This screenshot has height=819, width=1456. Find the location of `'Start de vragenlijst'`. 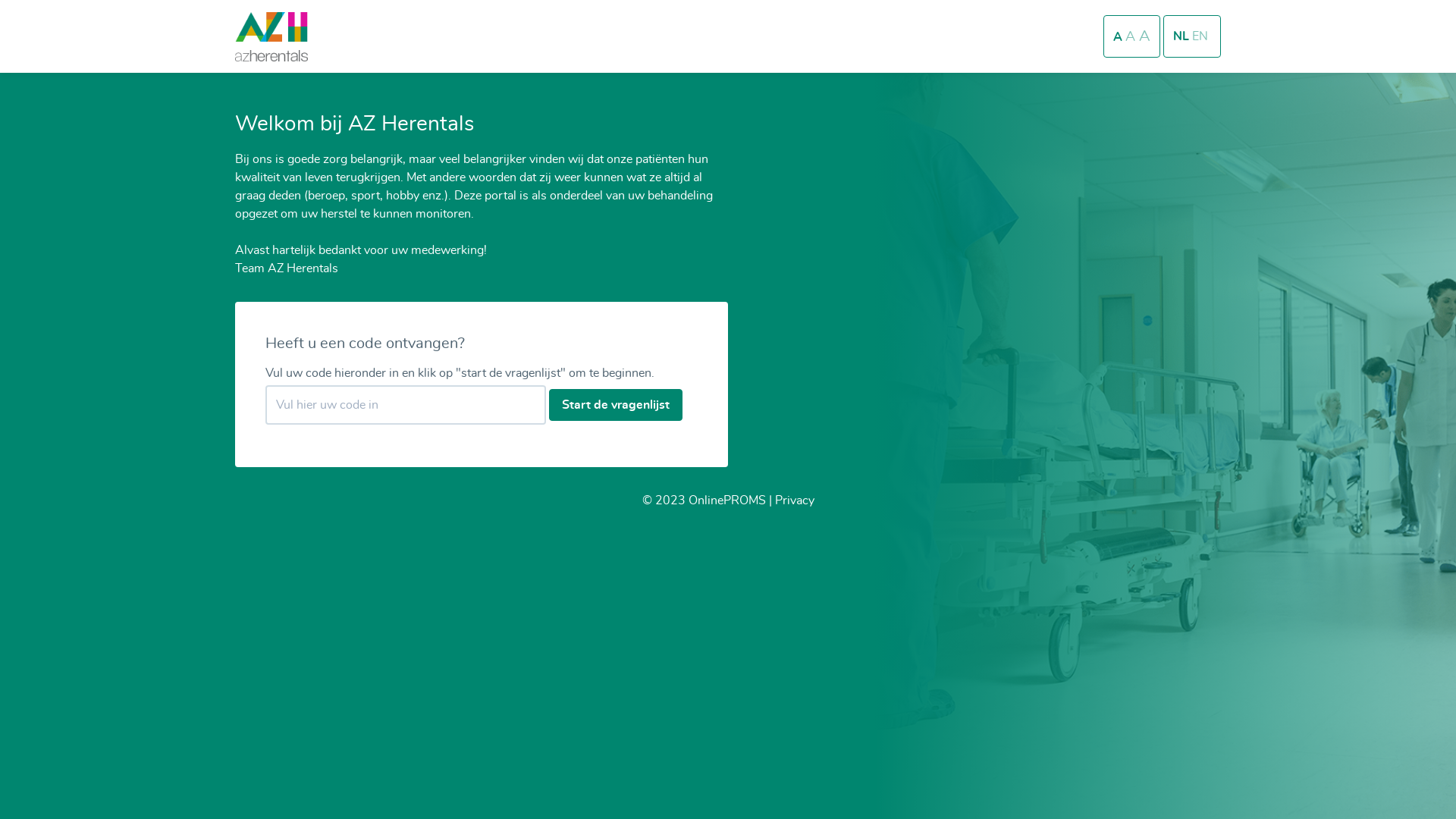

'Start de vragenlijst' is located at coordinates (548, 403).